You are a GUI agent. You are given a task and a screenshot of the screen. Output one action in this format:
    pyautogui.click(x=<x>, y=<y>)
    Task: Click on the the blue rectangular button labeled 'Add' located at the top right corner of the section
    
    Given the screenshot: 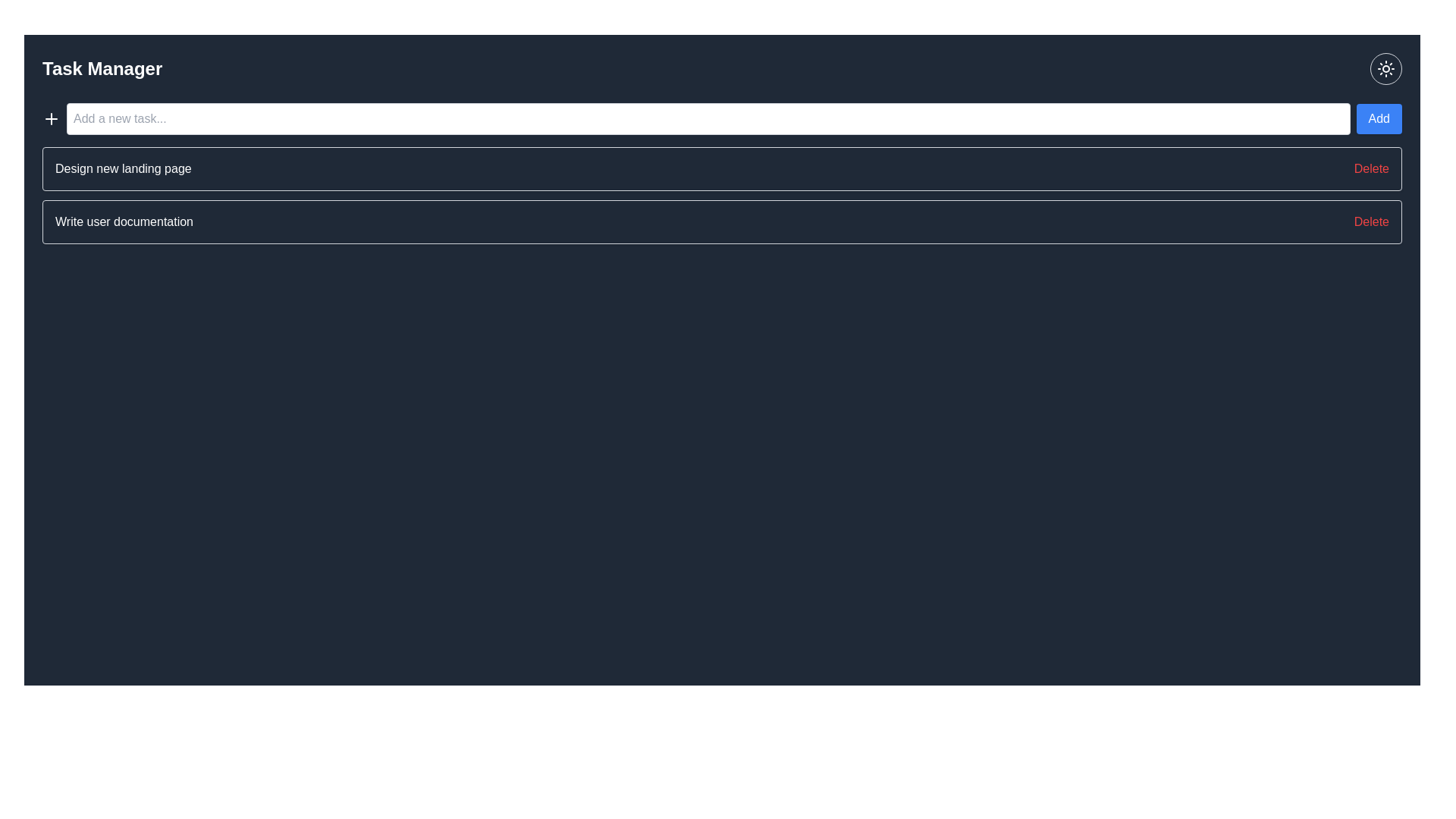 What is the action you would take?
    pyautogui.click(x=1379, y=118)
    